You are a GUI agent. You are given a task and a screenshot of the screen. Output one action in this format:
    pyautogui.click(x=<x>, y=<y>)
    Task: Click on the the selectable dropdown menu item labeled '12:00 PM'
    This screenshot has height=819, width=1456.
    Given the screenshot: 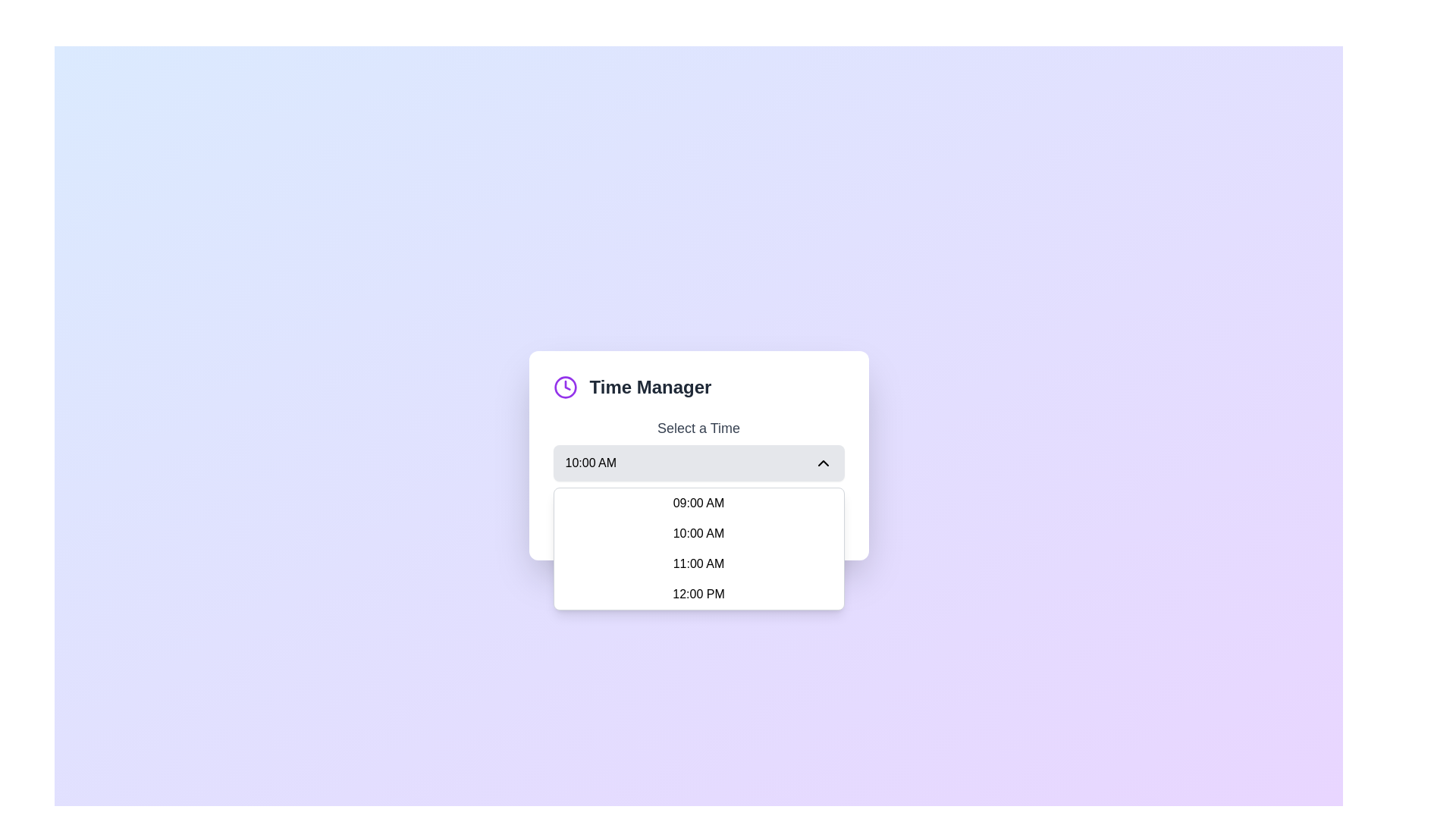 What is the action you would take?
    pyautogui.click(x=698, y=593)
    